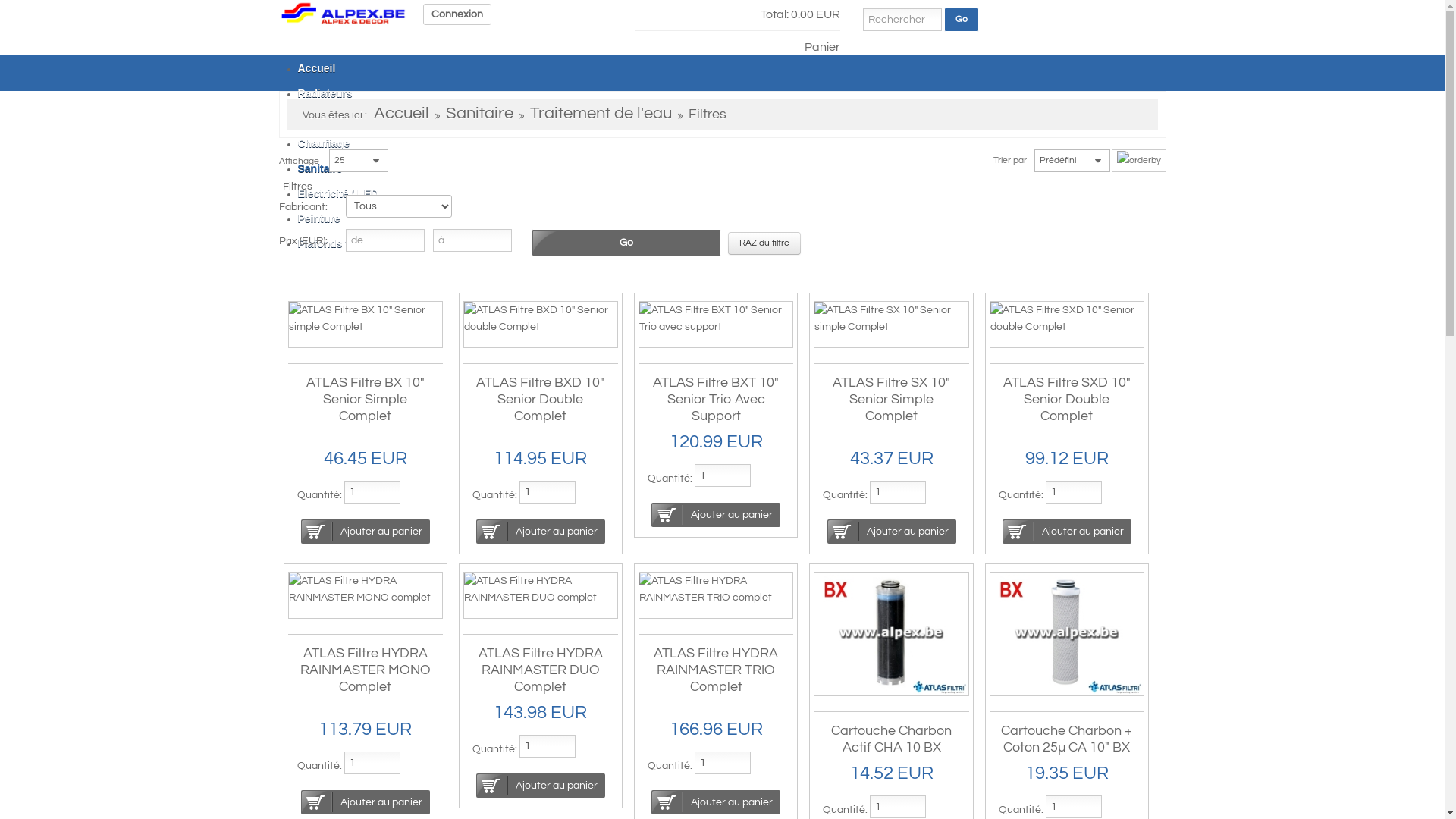 The width and height of the screenshot is (1456, 819). Describe the element at coordinates (400, 113) in the screenshot. I see `'Accueil'` at that location.